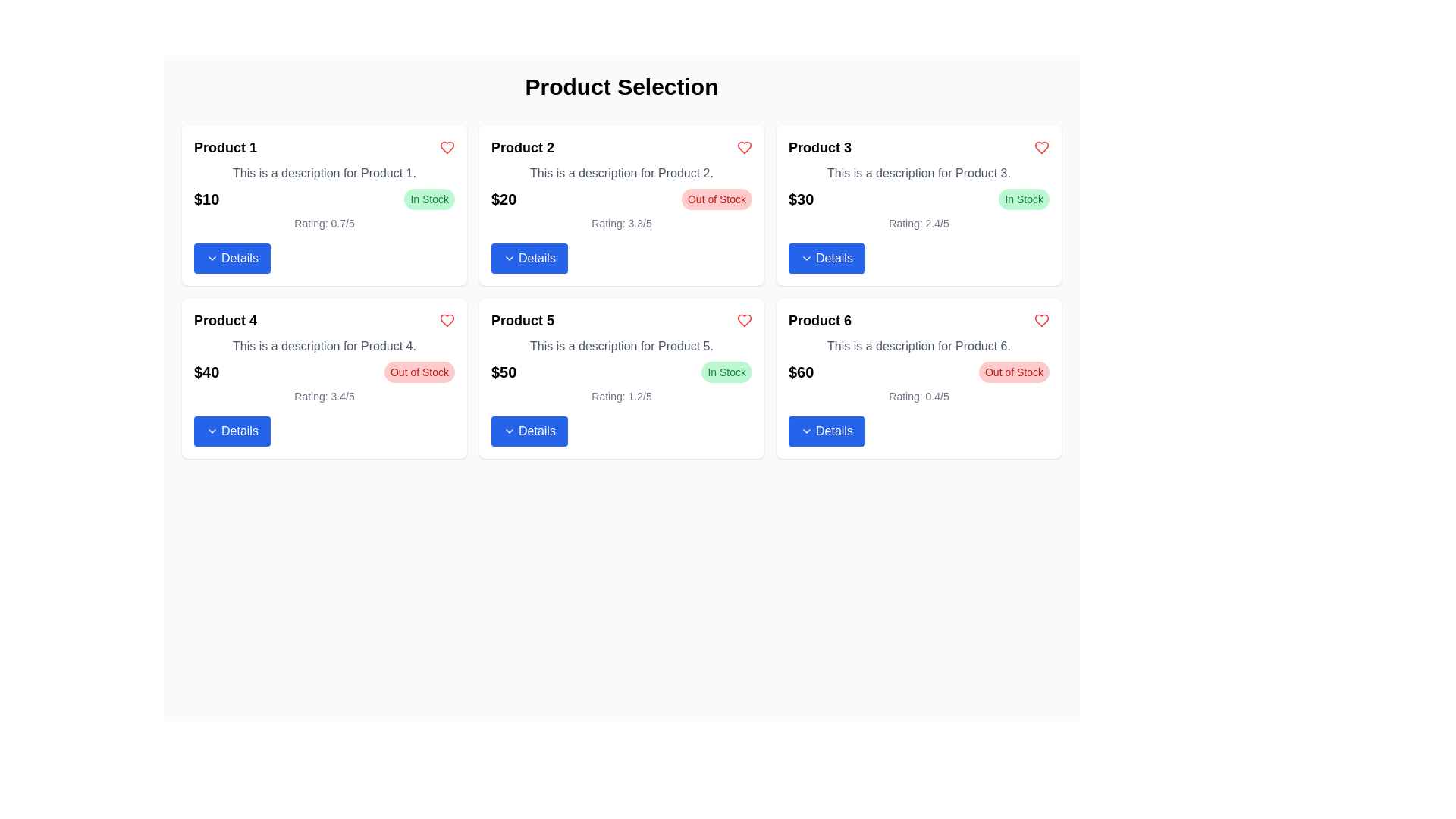  I want to click on the stock status badge indicating that the product is not available for purchase, located next to the price label '$60' in Product 6's card, so click(1014, 372).